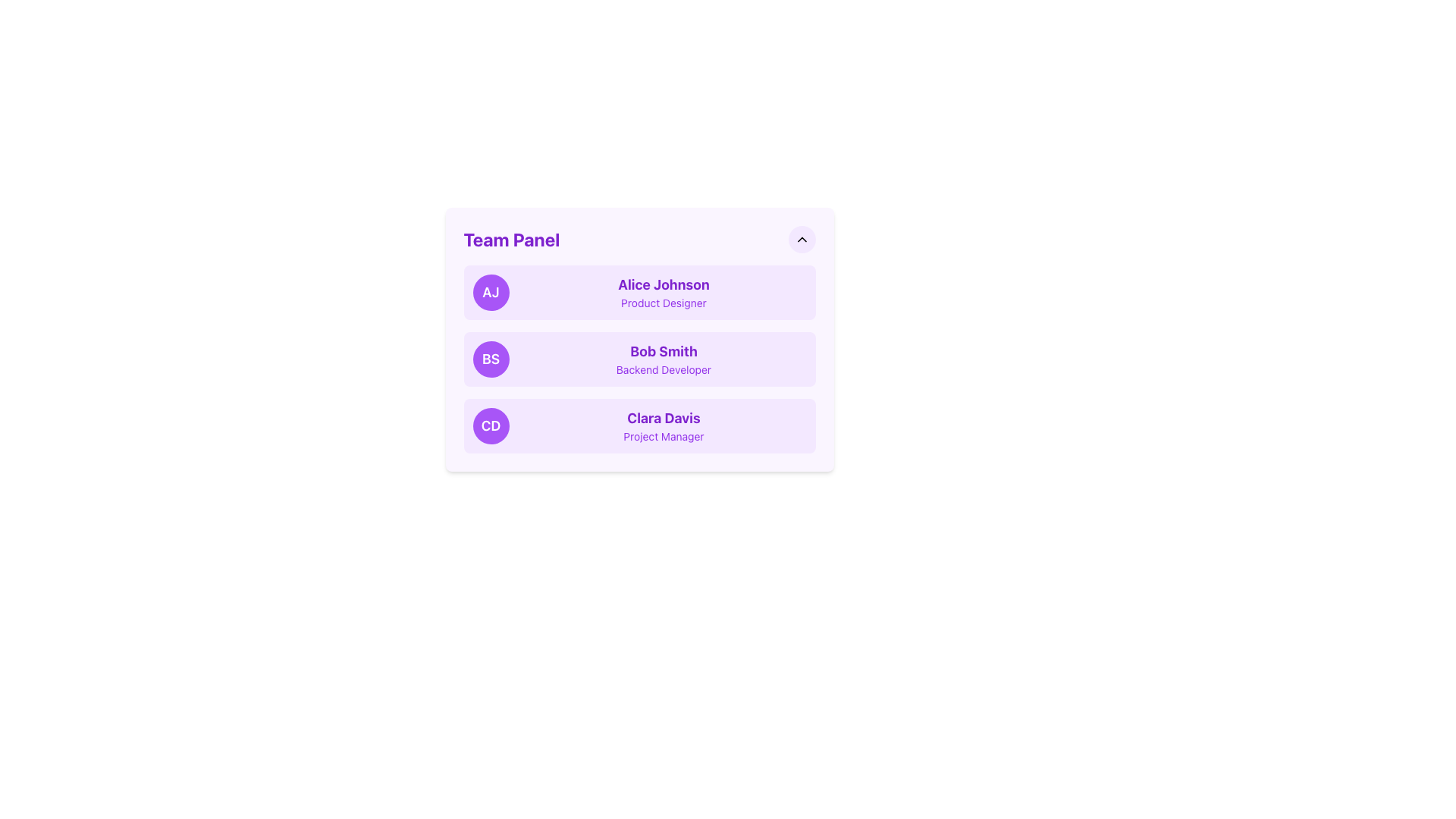 This screenshot has width=1456, height=819. Describe the element at coordinates (664, 359) in the screenshot. I see `the Profile display block displaying the name 'Bob Smith' in bold purple, which is located in the Team Panel section between 'Alice Johnson' and 'Clara Davis'` at that location.